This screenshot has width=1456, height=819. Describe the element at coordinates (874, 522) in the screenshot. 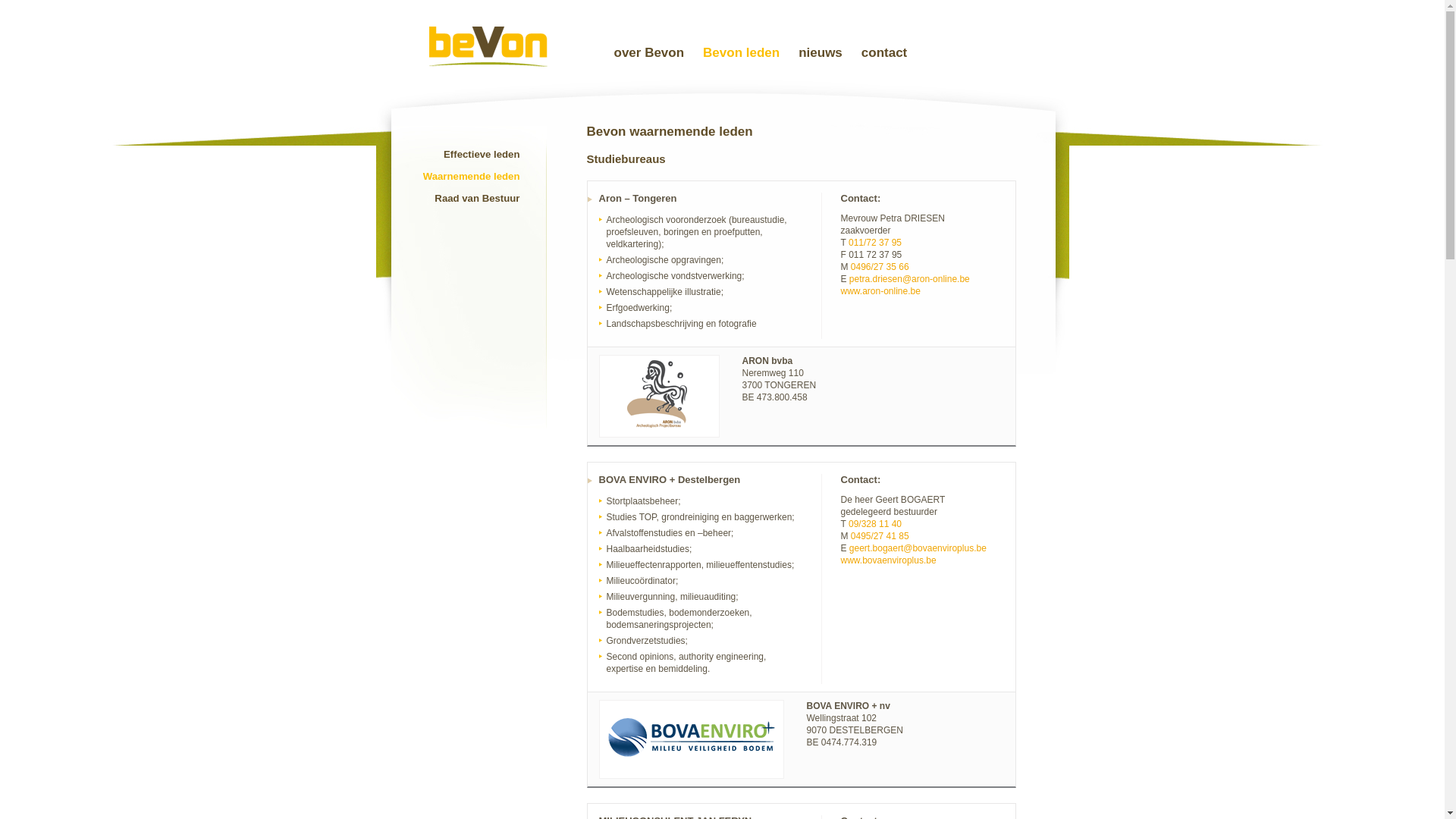

I see `'09/328 11 40'` at that location.